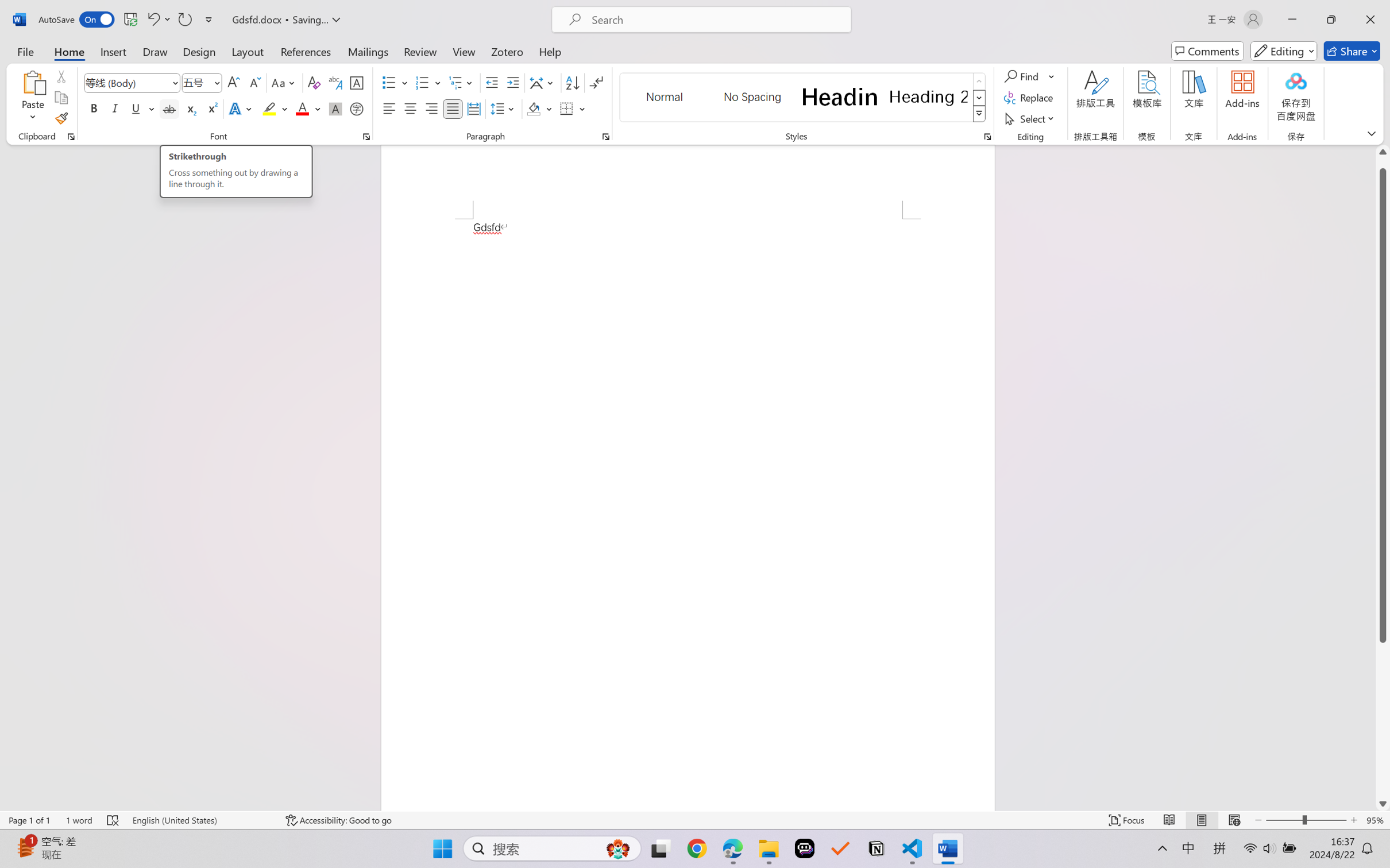 This screenshot has height=868, width=1390. What do you see at coordinates (334, 83) in the screenshot?
I see `'Phonetic Guide...'` at bounding box center [334, 83].